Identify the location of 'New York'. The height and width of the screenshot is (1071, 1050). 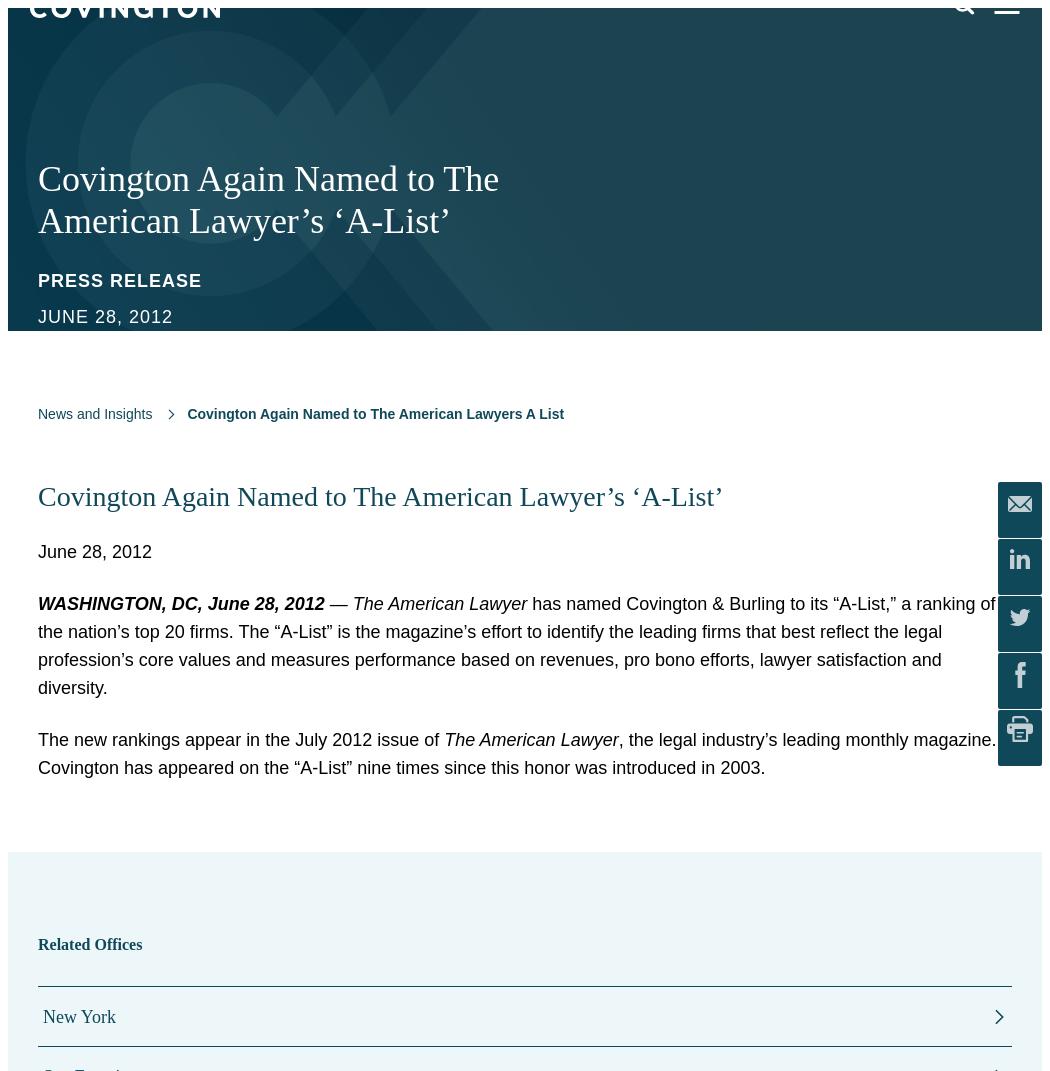
(79, 1017).